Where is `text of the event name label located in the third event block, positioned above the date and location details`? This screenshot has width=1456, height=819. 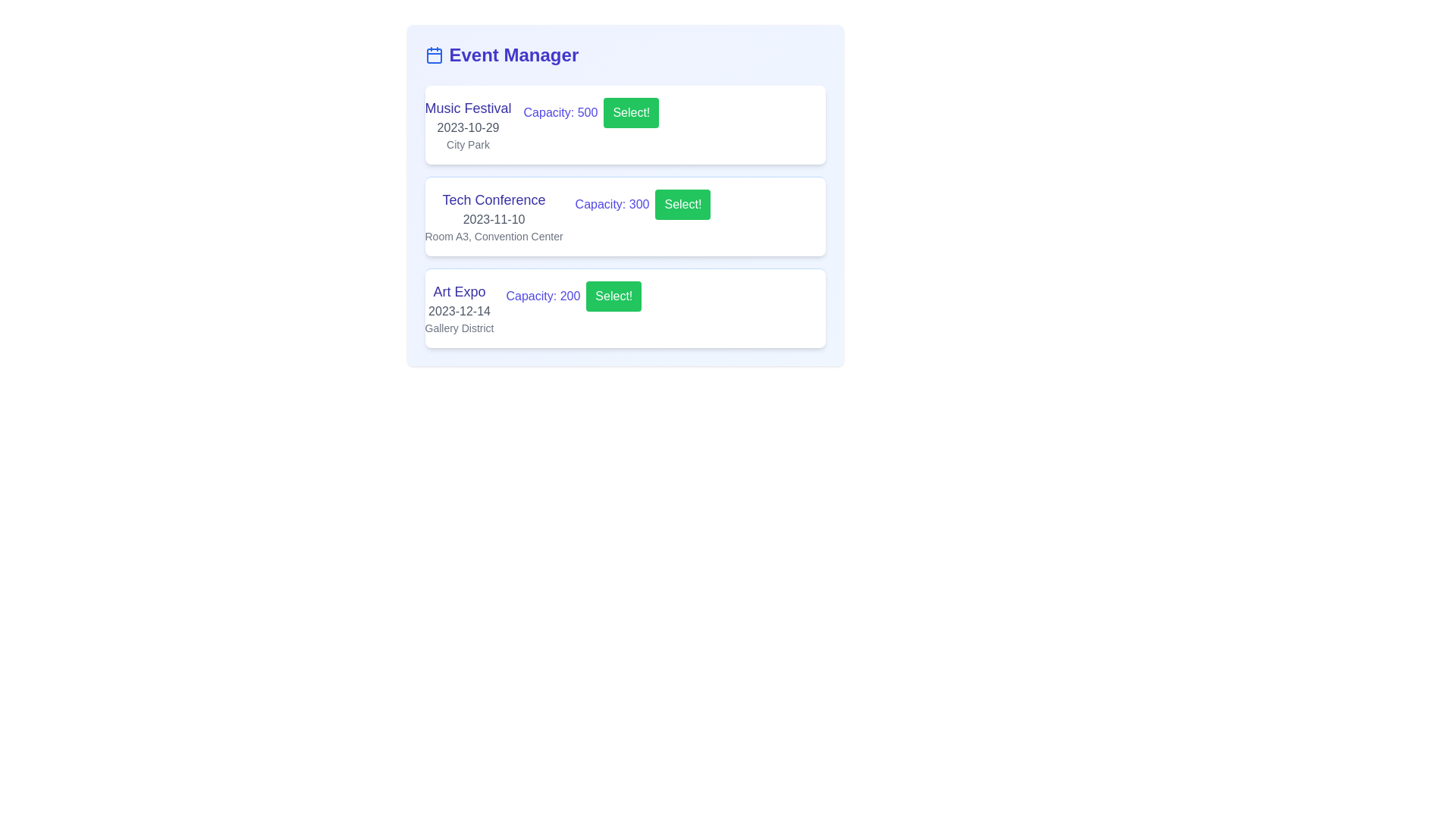 text of the event name label located in the third event block, positioned above the date and location details is located at coordinates (458, 292).